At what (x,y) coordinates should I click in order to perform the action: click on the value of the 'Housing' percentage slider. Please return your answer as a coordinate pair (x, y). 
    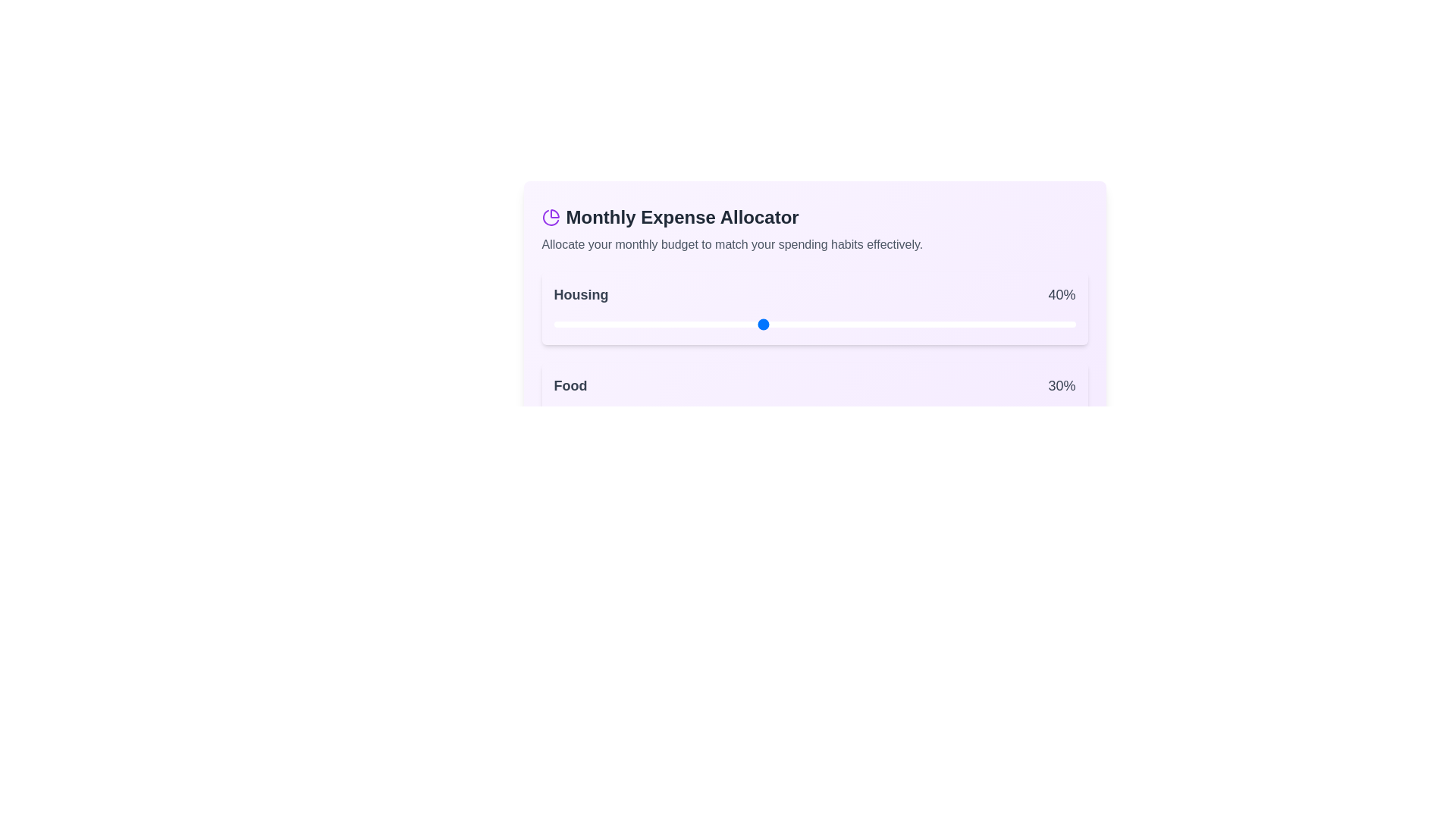
    Looking at the image, I should click on (934, 324).